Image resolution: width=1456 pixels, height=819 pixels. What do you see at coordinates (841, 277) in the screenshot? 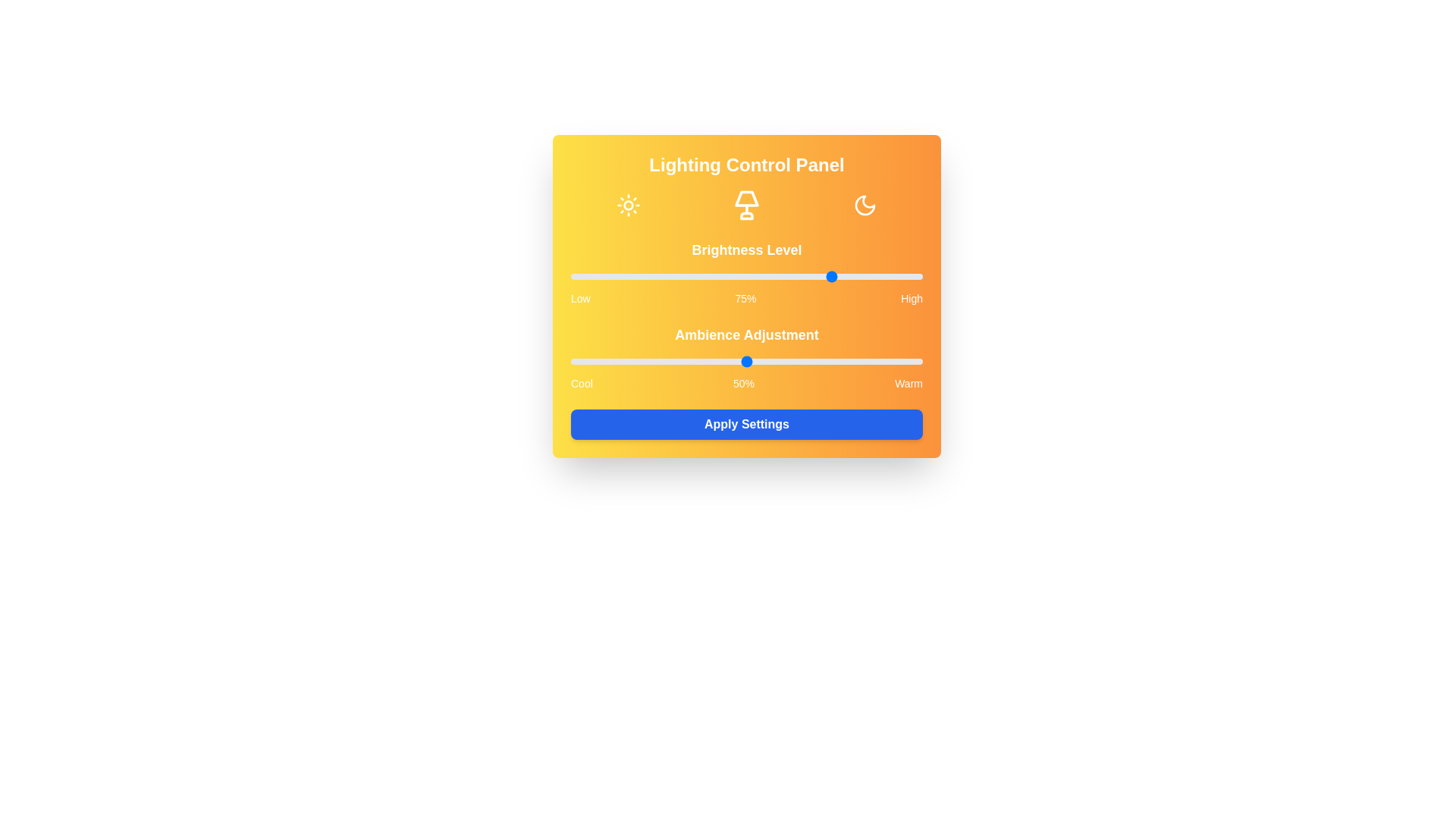
I see `the brightness slider to set the brightness level to 77%` at bounding box center [841, 277].